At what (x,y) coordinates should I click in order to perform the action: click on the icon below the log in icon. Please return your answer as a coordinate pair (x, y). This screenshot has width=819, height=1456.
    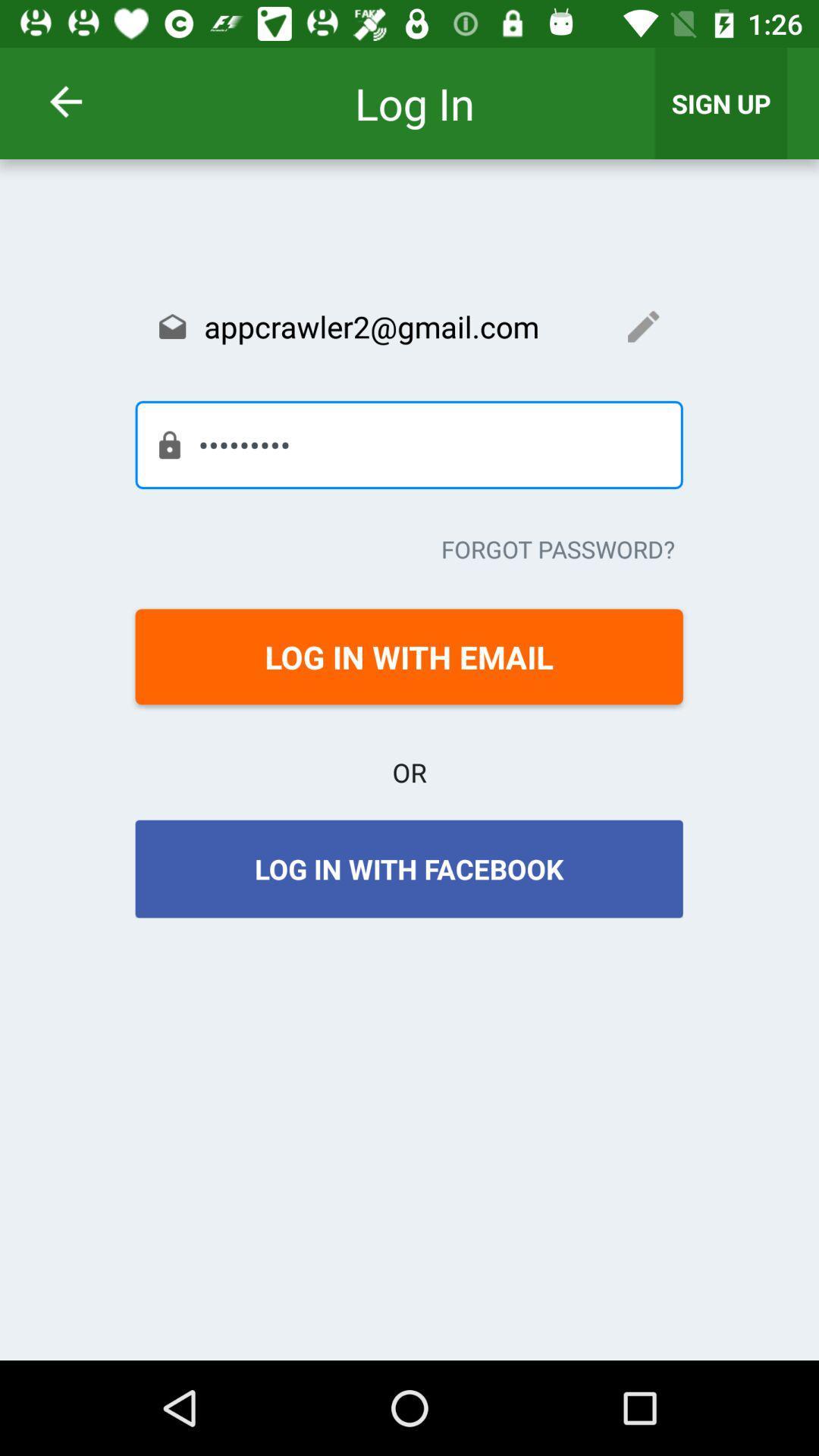
    Looking at the image, I should click on (408, 325).